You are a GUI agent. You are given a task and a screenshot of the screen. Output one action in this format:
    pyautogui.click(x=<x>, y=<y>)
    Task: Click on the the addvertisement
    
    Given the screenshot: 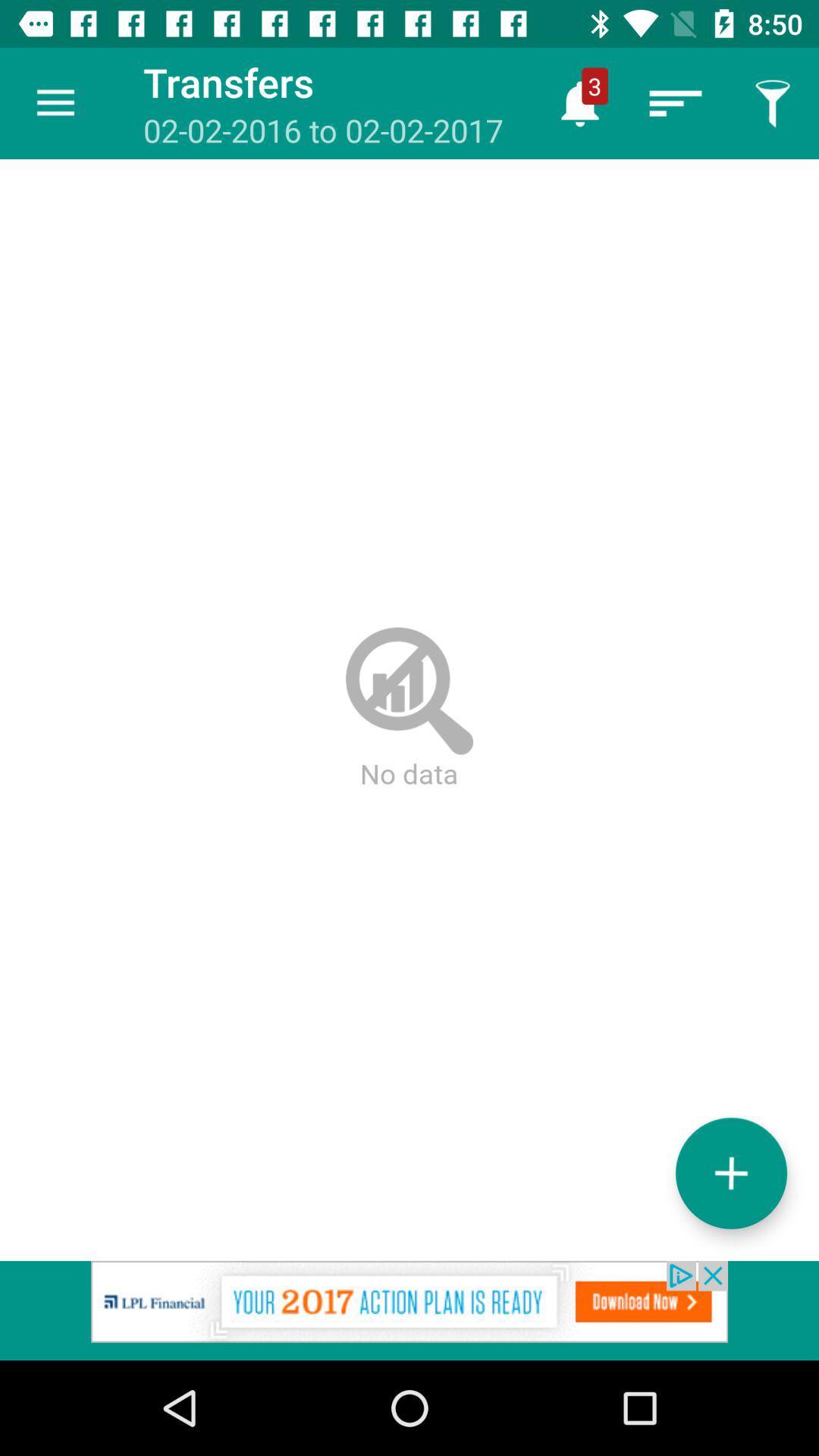 What is the action you would take?
    pyautogui.click(x=409, y=1310)
    